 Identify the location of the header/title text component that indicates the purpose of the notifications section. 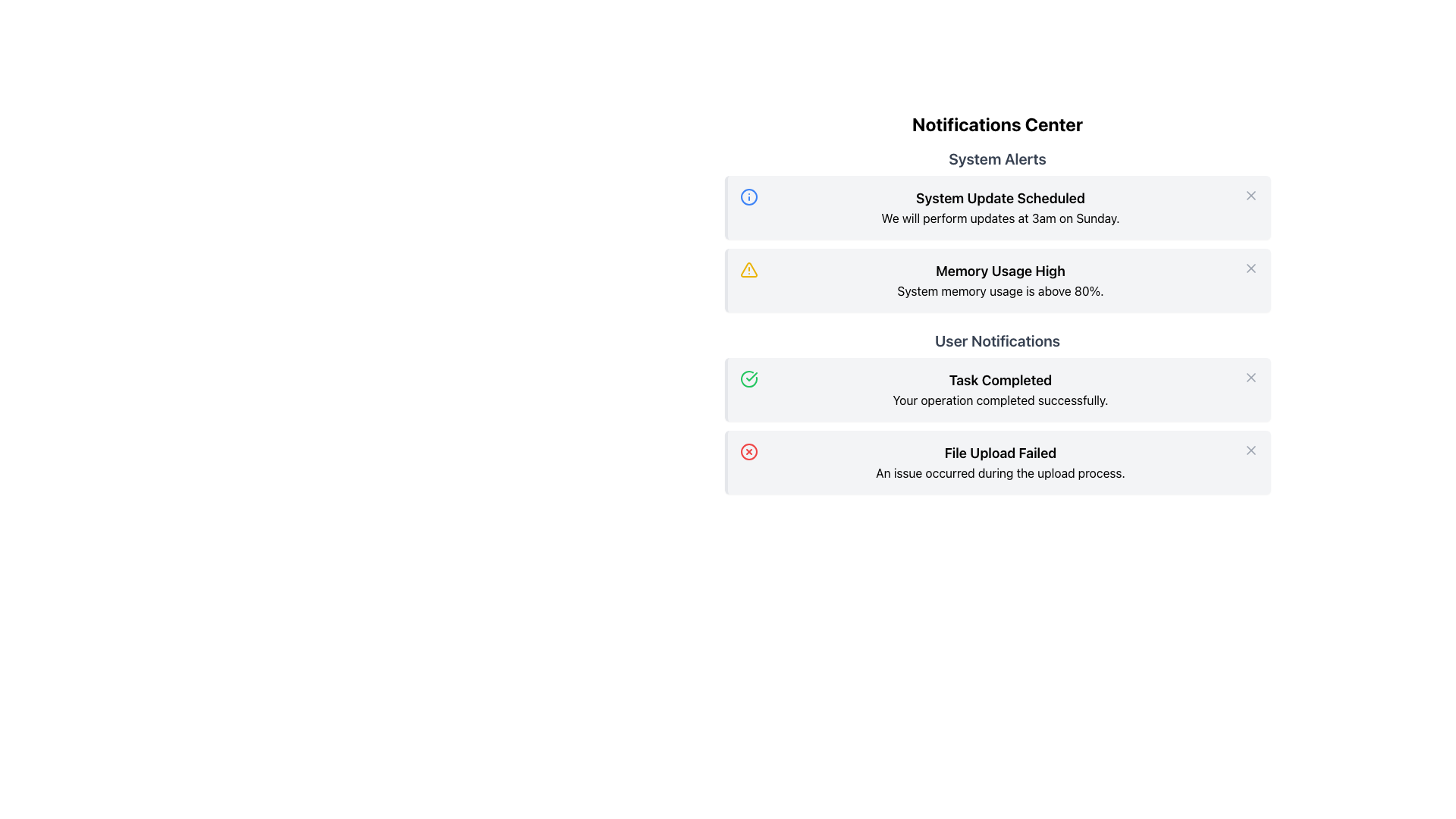
(997, 124).